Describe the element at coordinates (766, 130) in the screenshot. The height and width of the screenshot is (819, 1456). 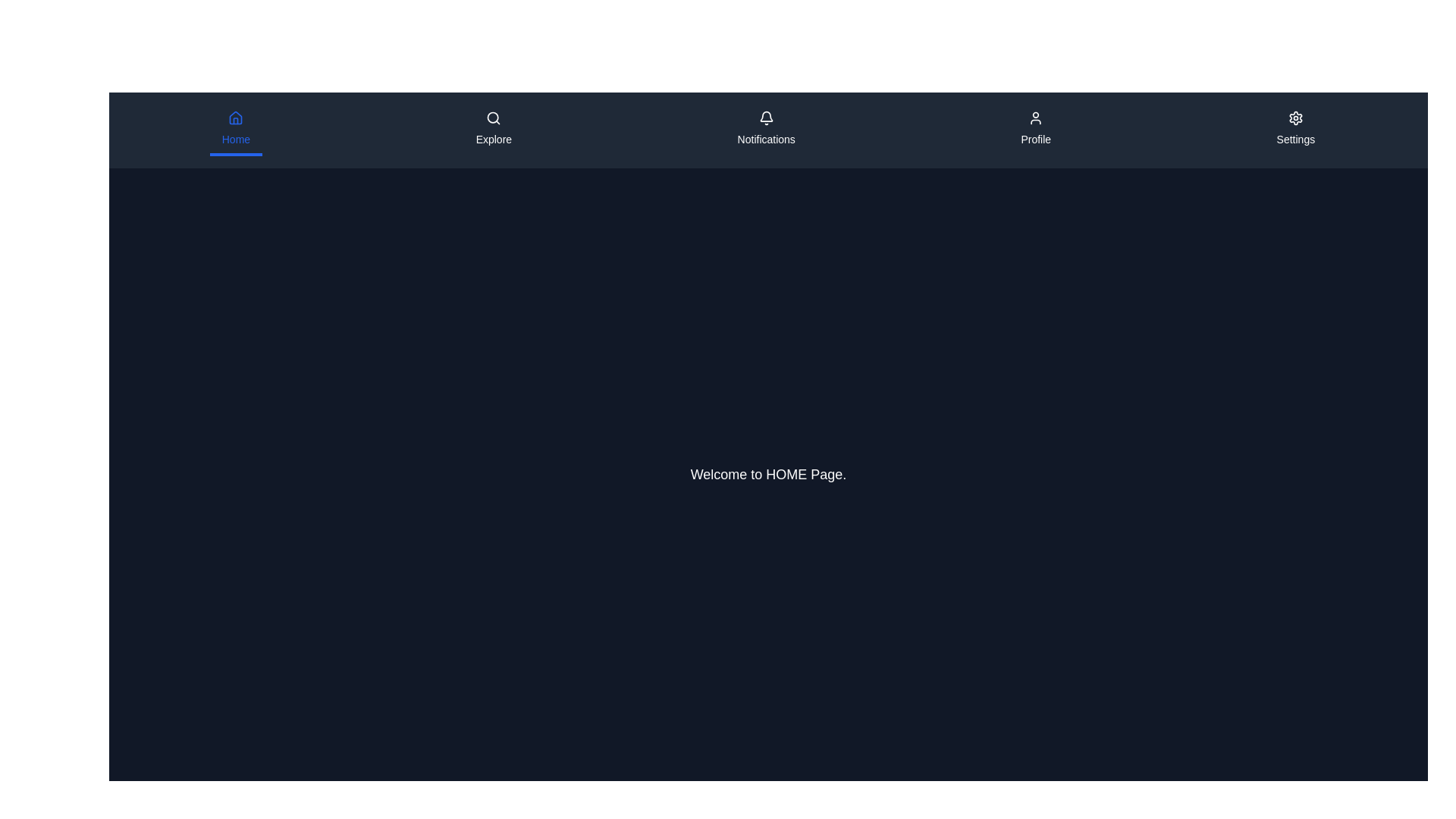
I see `the Notifications button located in the top navigation bar, third from the left` at that location.